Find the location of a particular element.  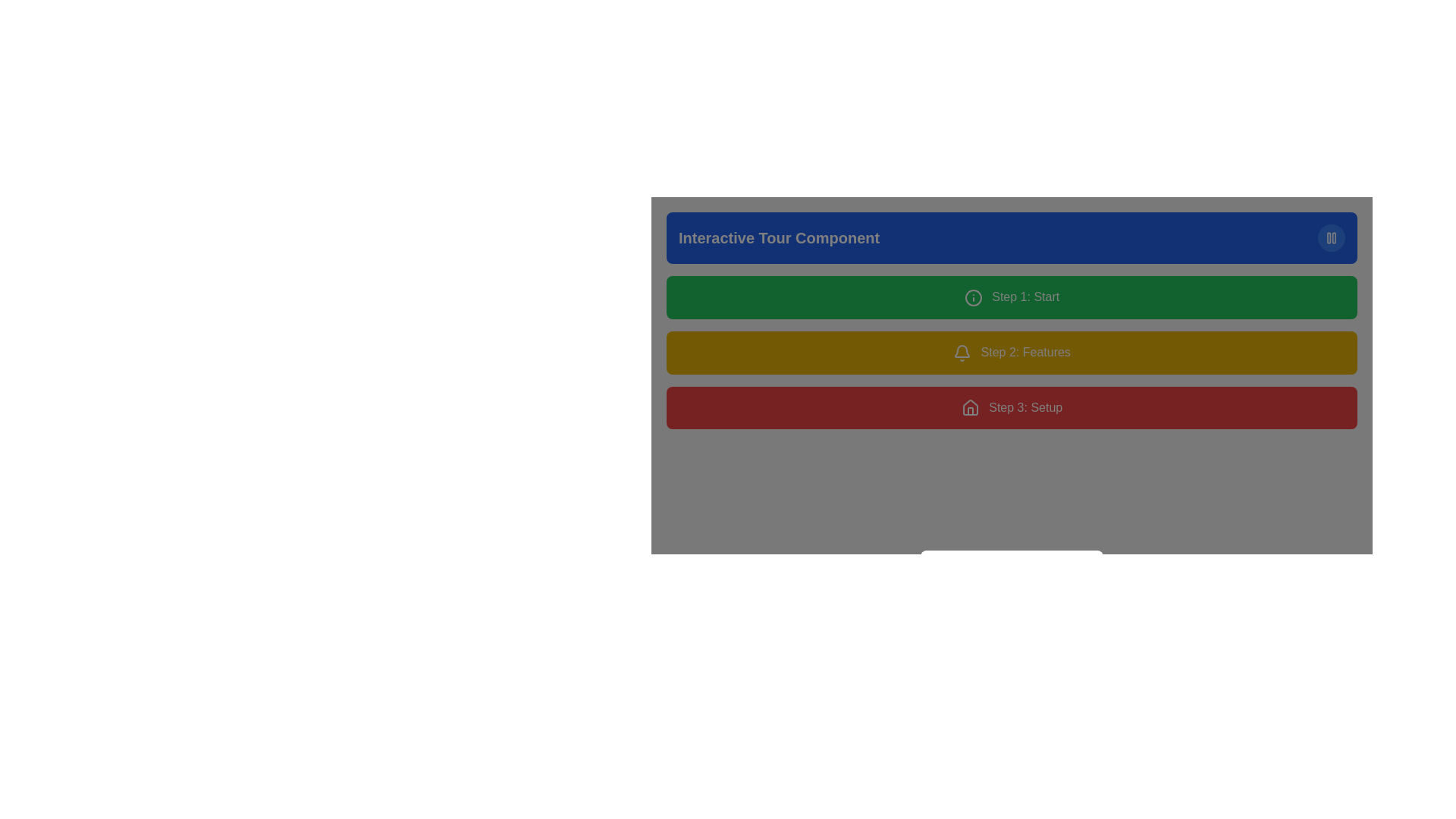

the navigational button for 'Features', located as the second item in the vertical list between 'Step 1: Start' and 'Step 3: Setup' is located at coordinates (1012, 353).